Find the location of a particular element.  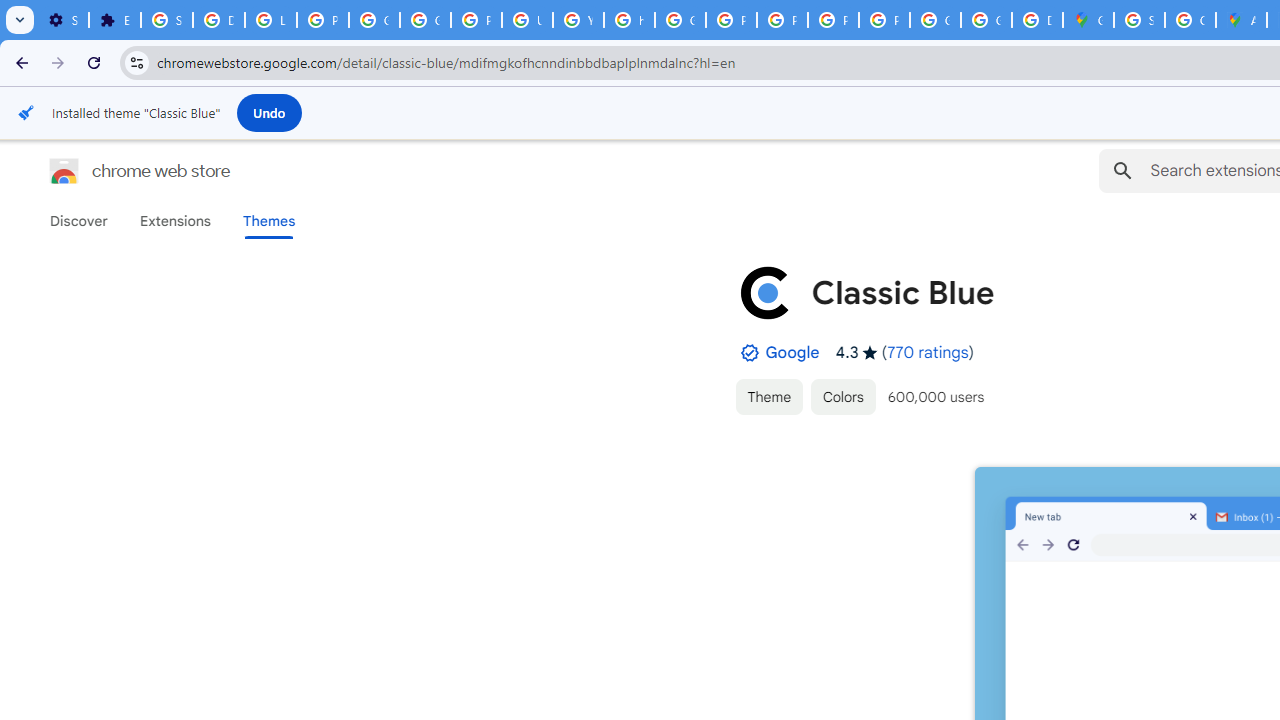

'By Established Publisher Badge' is located at coordinates (748, 352).